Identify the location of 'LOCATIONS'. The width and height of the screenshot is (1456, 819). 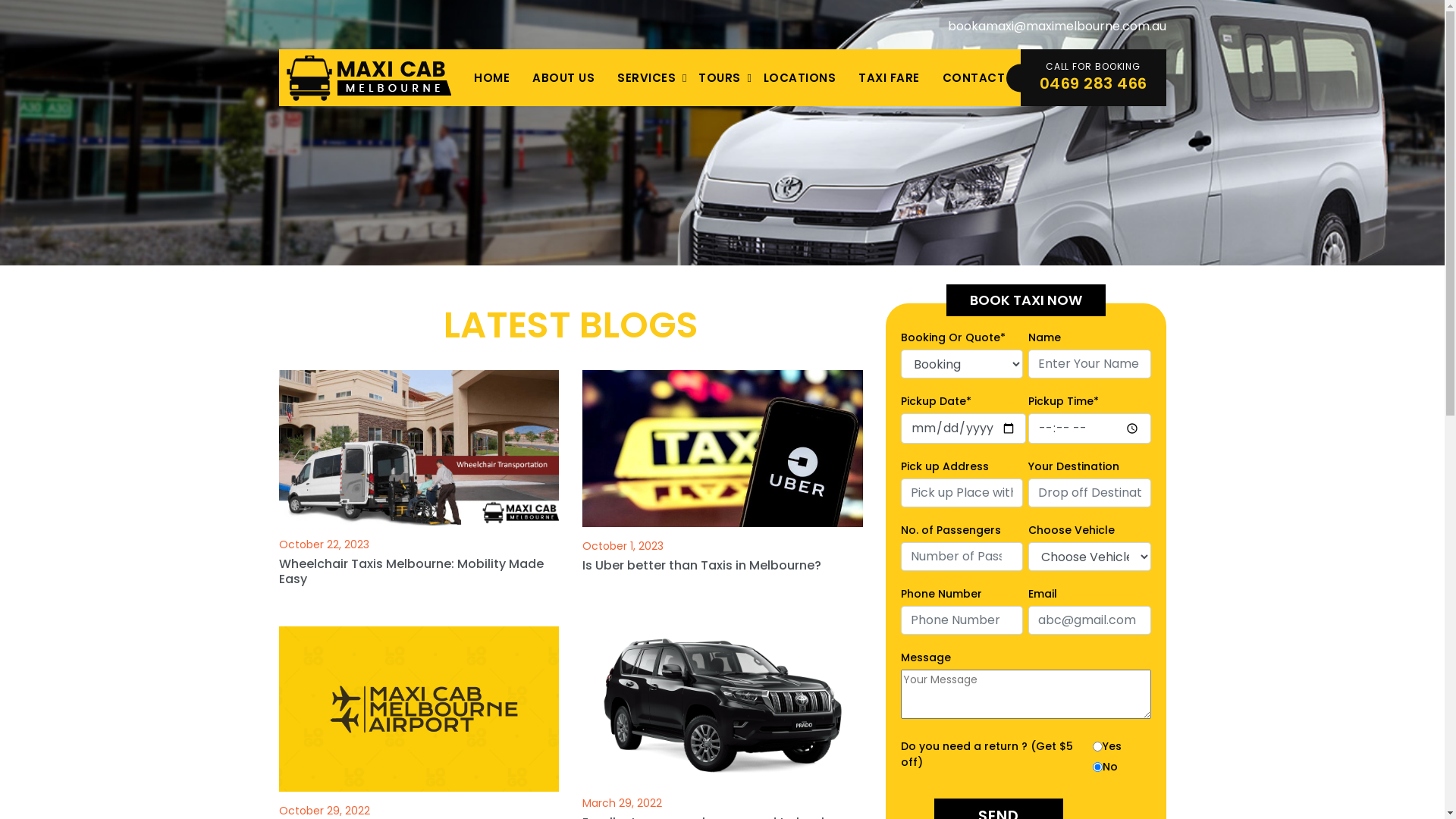
(752, 77).